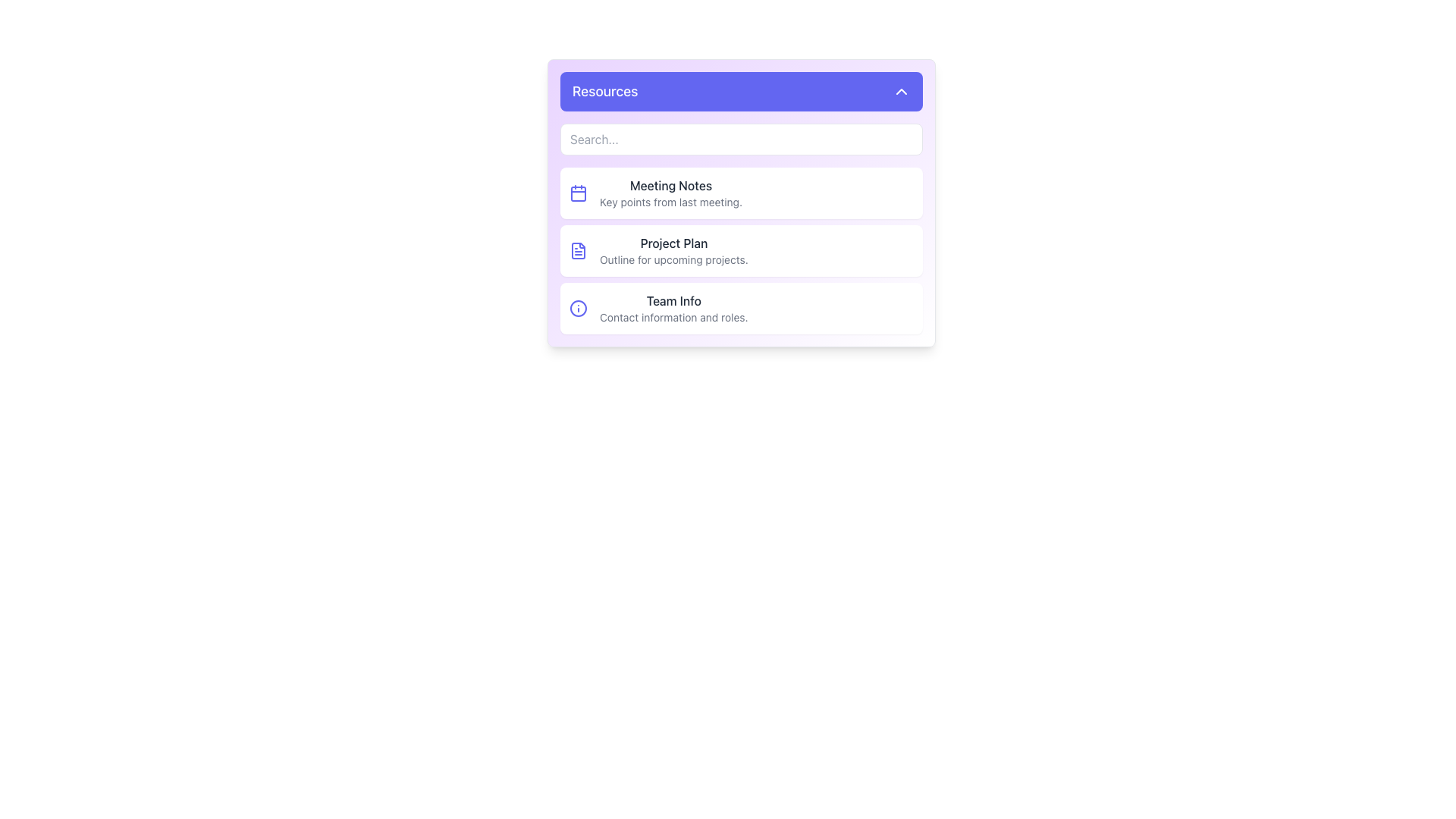 This screenshot has width=1456, height=819. Describe the element at coordinates (578, 250) in the screenshot. I see `the document file icon located to the left of the 'Project Plan' text in the second entry of the list in the main panel` at that location.